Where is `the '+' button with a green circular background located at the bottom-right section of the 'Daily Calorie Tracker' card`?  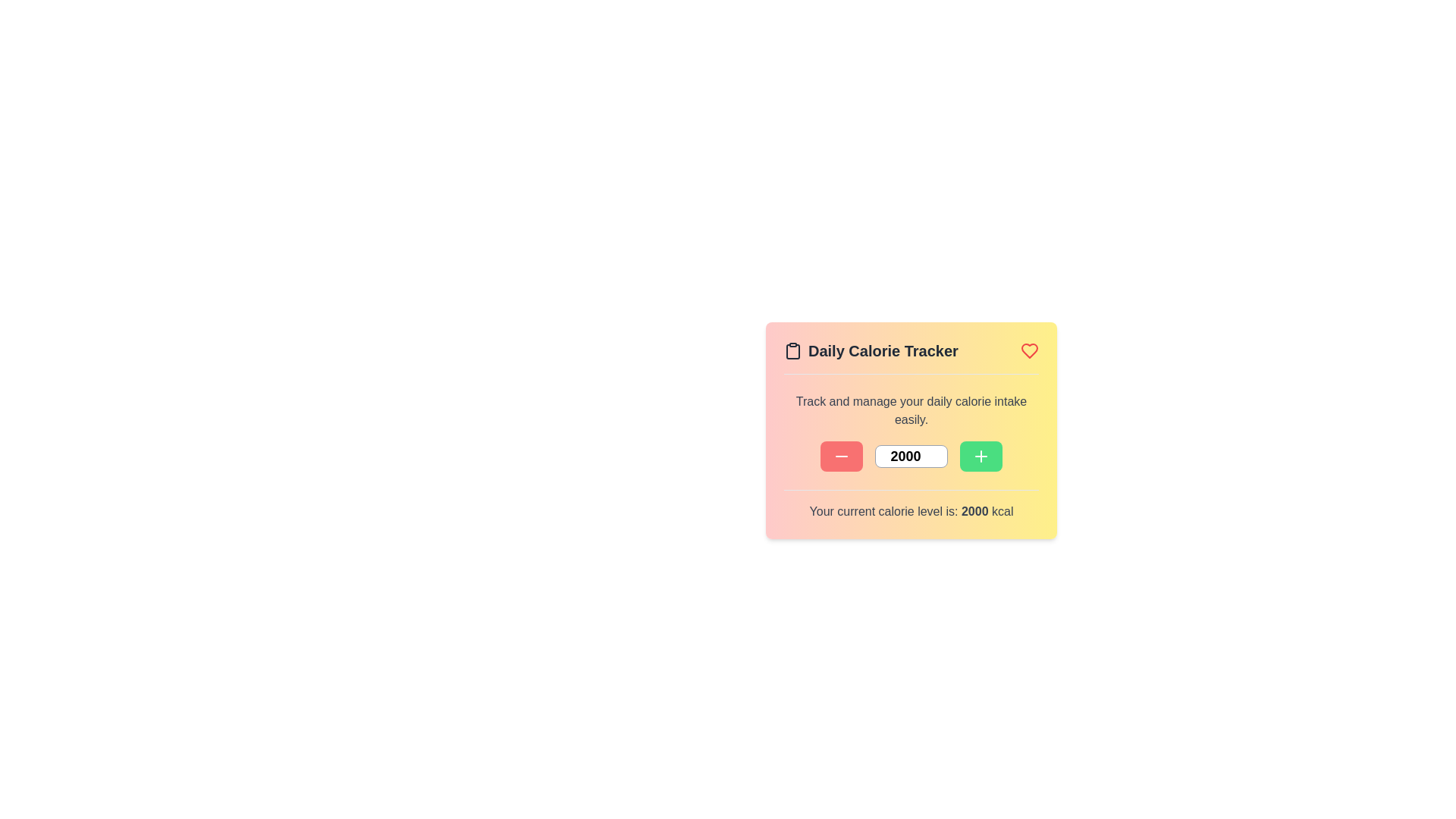
the '+' button with a green circular background located at the bottom-right section of the 'Daily Calorie Tracker' card is located at coordinates (981, 455).